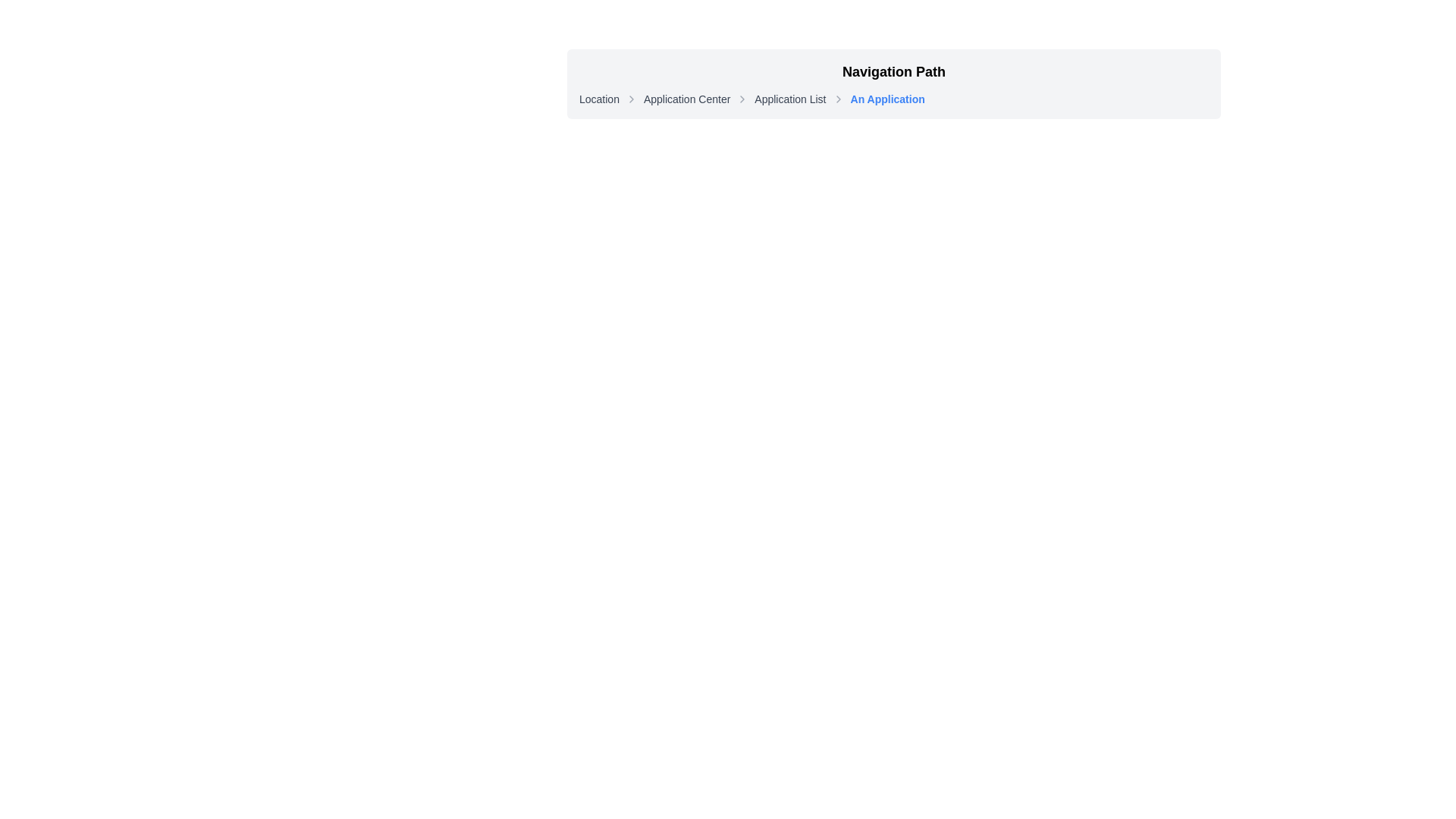  What do you see at coordinates (894, 84) in the screenshot?
I see `the links in the Breadcrumb Navigation Bar located near the top-center of the interface` at bounding box center [894, 84].